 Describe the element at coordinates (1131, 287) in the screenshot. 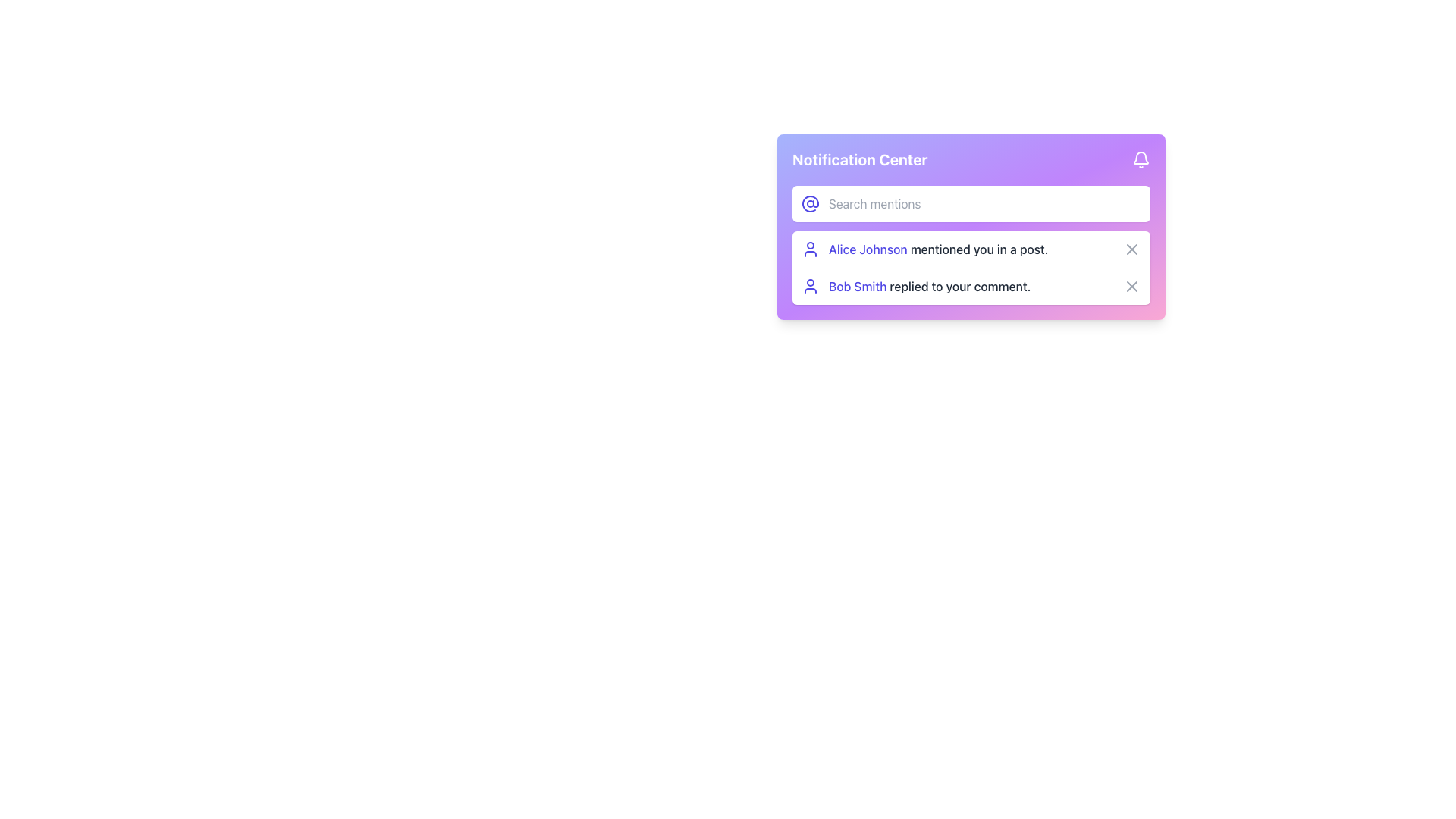

I see `the Close (X) Icon located at the far right of the second notification item in the Notification Center` at that location.